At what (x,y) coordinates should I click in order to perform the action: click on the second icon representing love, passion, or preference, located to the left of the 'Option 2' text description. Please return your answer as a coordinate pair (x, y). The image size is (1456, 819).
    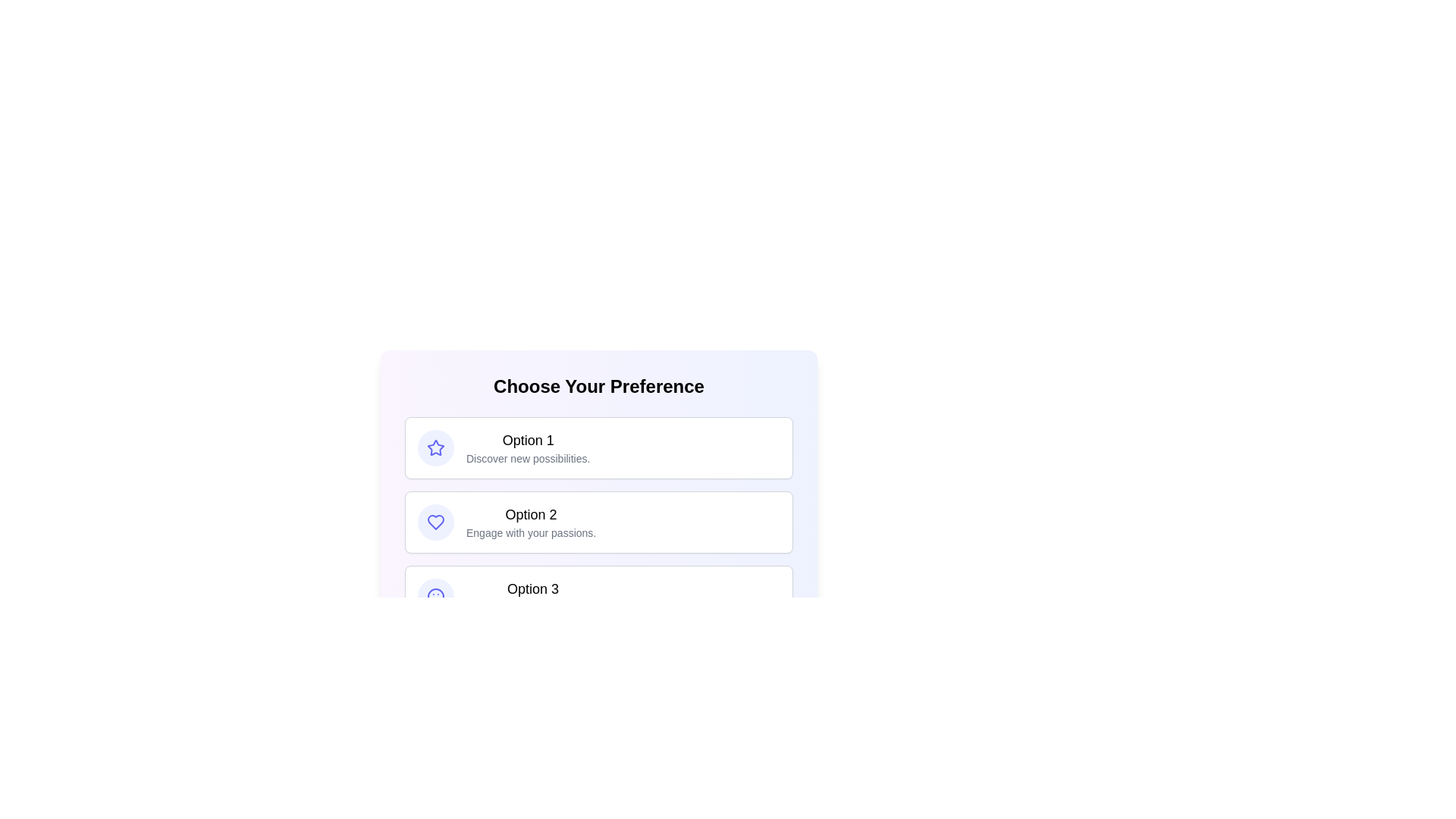
    Looking at the image, I should click on (435, 522).